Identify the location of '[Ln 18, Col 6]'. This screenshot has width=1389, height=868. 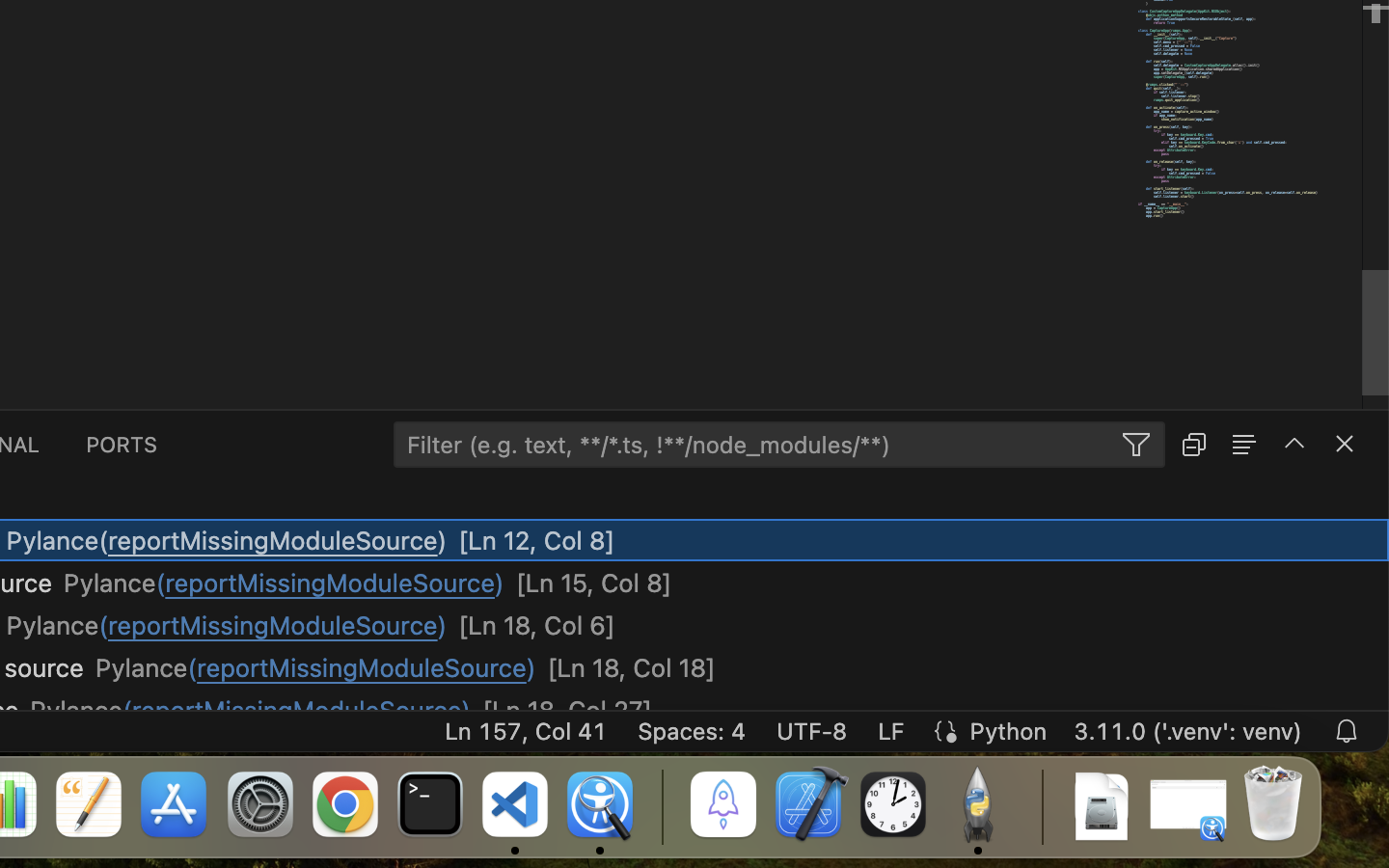
(536, 625).